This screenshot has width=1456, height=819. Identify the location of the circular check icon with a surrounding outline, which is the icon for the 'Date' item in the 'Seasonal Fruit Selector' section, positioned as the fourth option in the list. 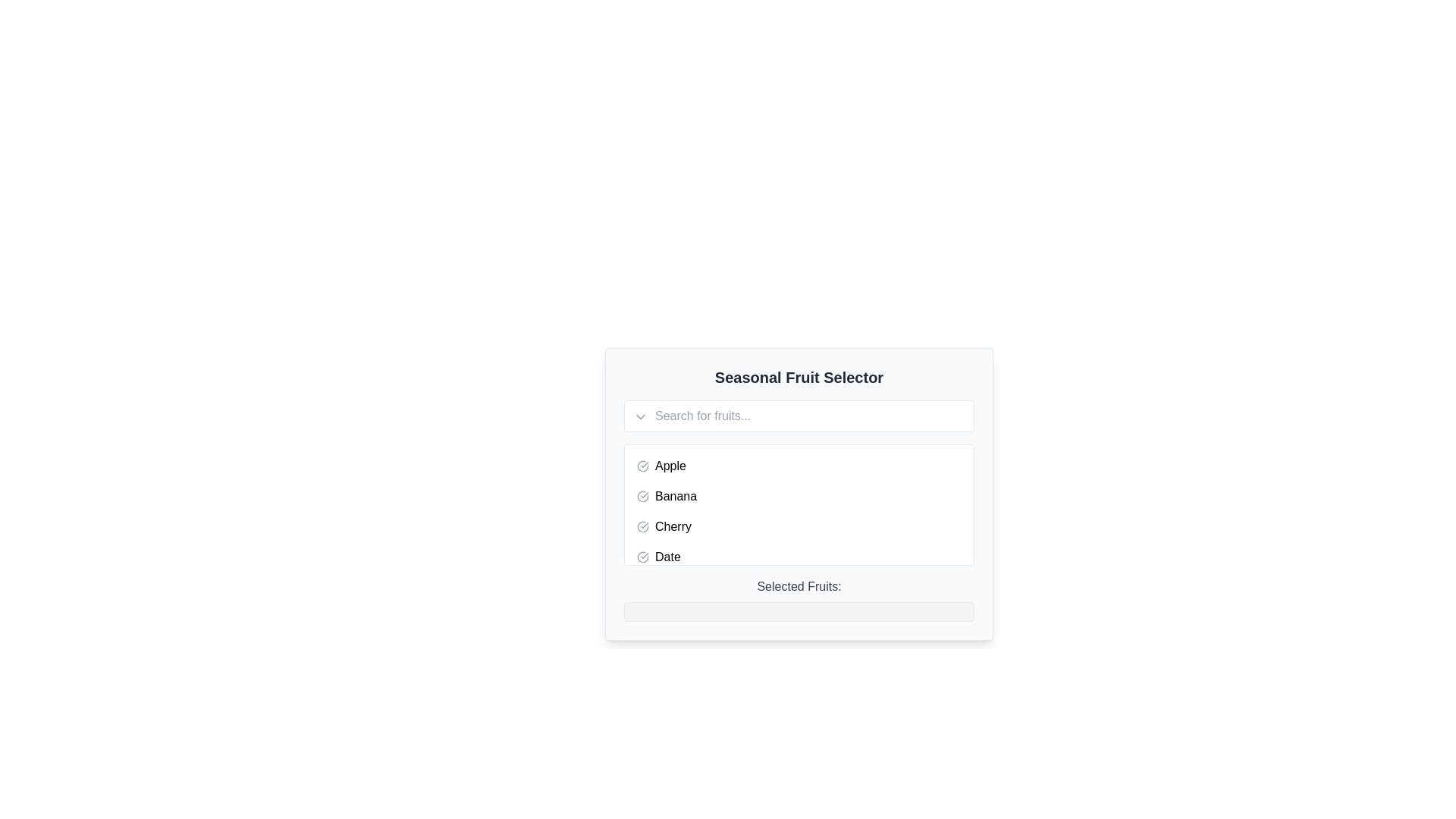
(643, 557).